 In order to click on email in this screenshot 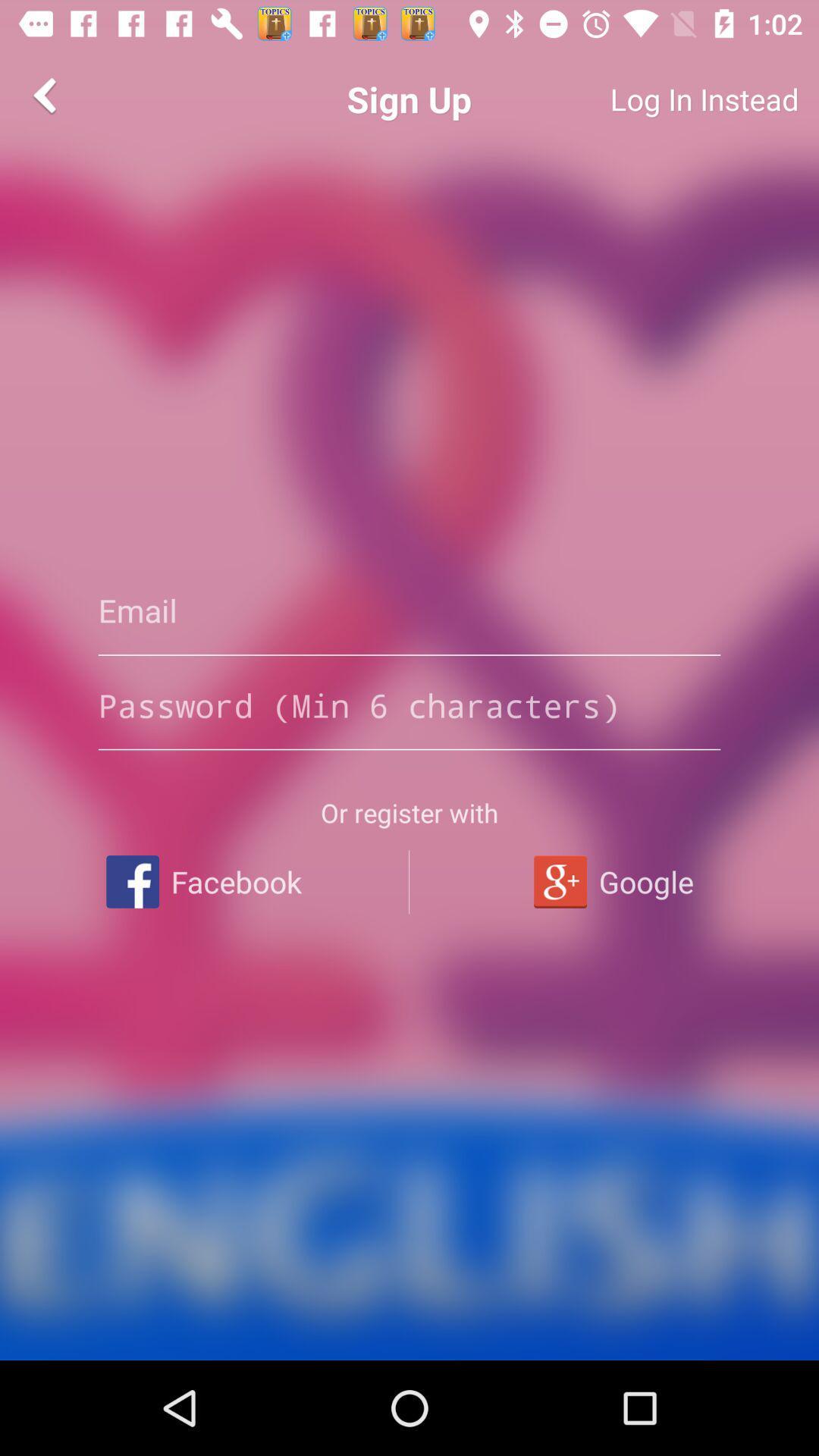, I will do `click(409, 610)`.